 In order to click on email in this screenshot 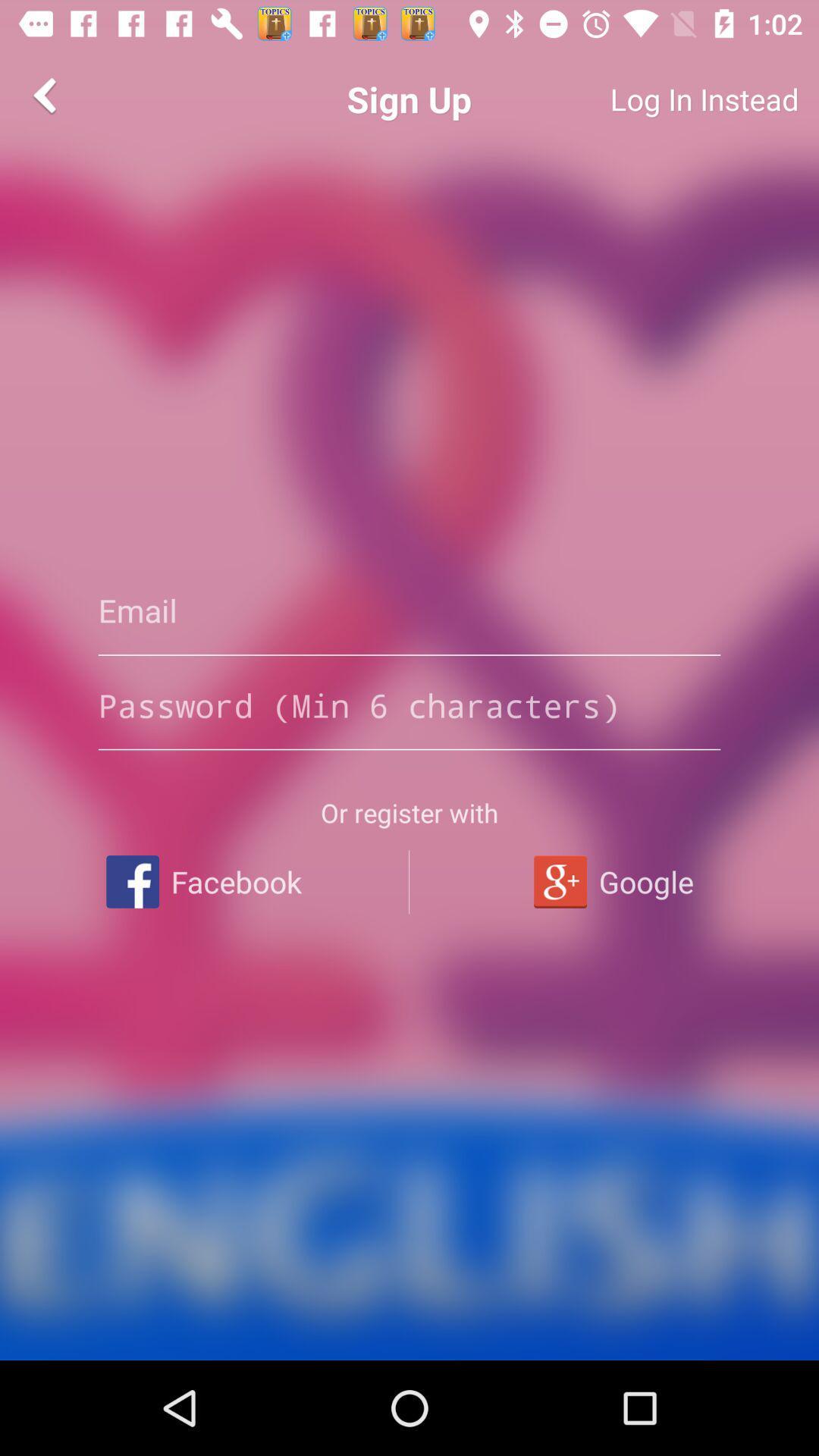, I will do `click(409, 610)`.